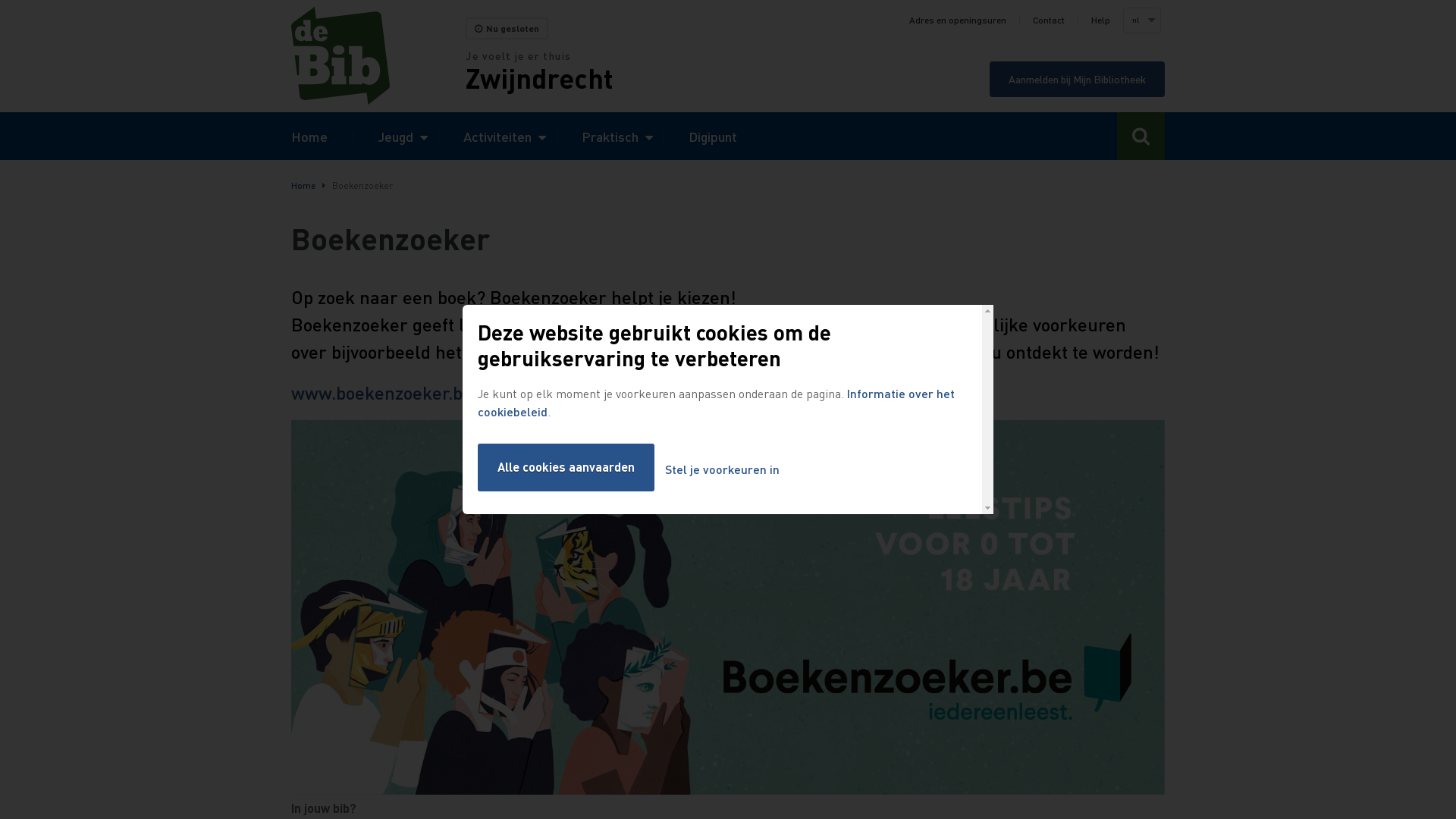 The height and width of the screenshot is (819, 1456). I want to click on 'Digipunt', so click(687, 135).